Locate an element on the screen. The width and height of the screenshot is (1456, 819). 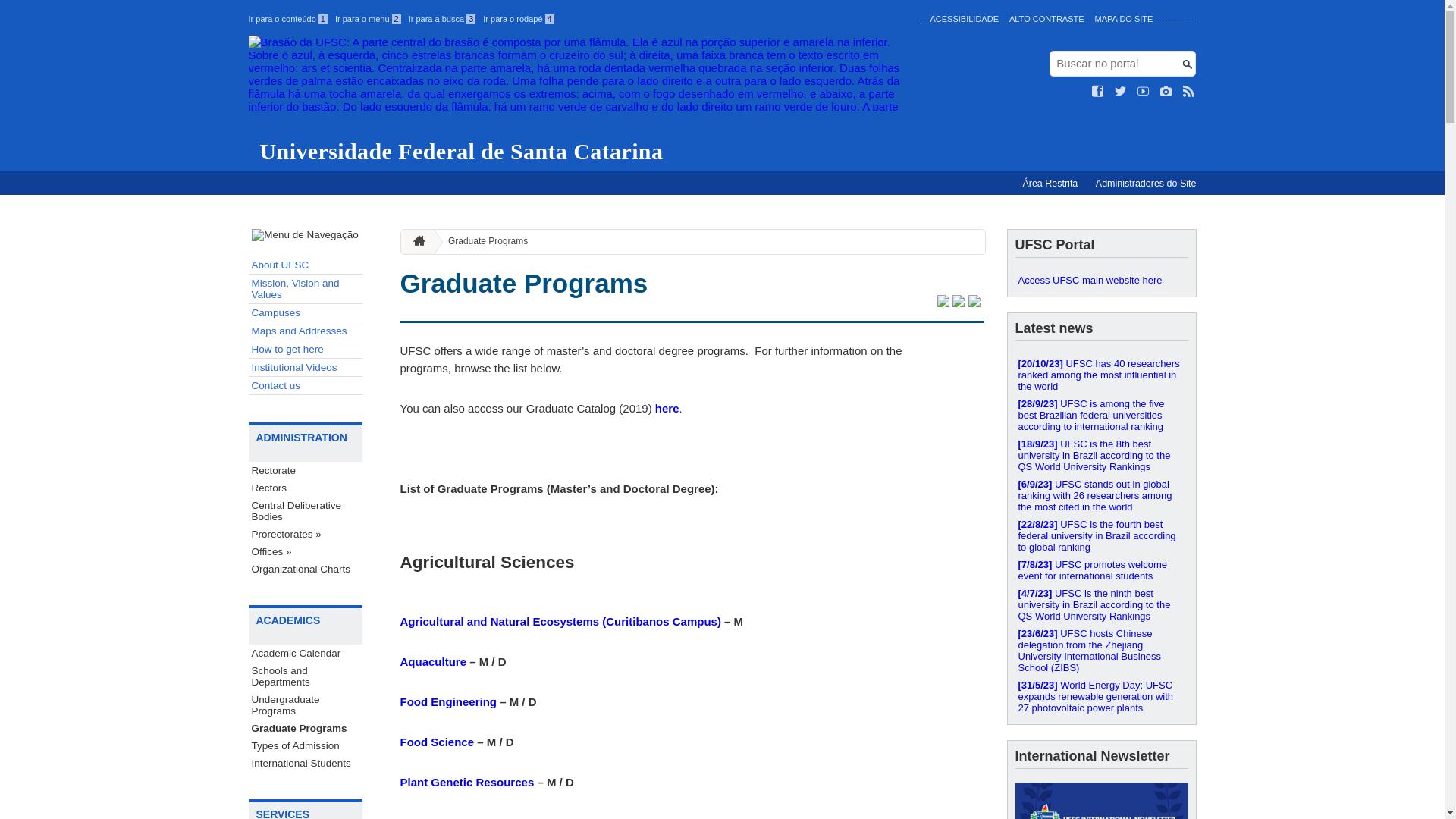
'Food Science' is located at coordinates (436, 741).